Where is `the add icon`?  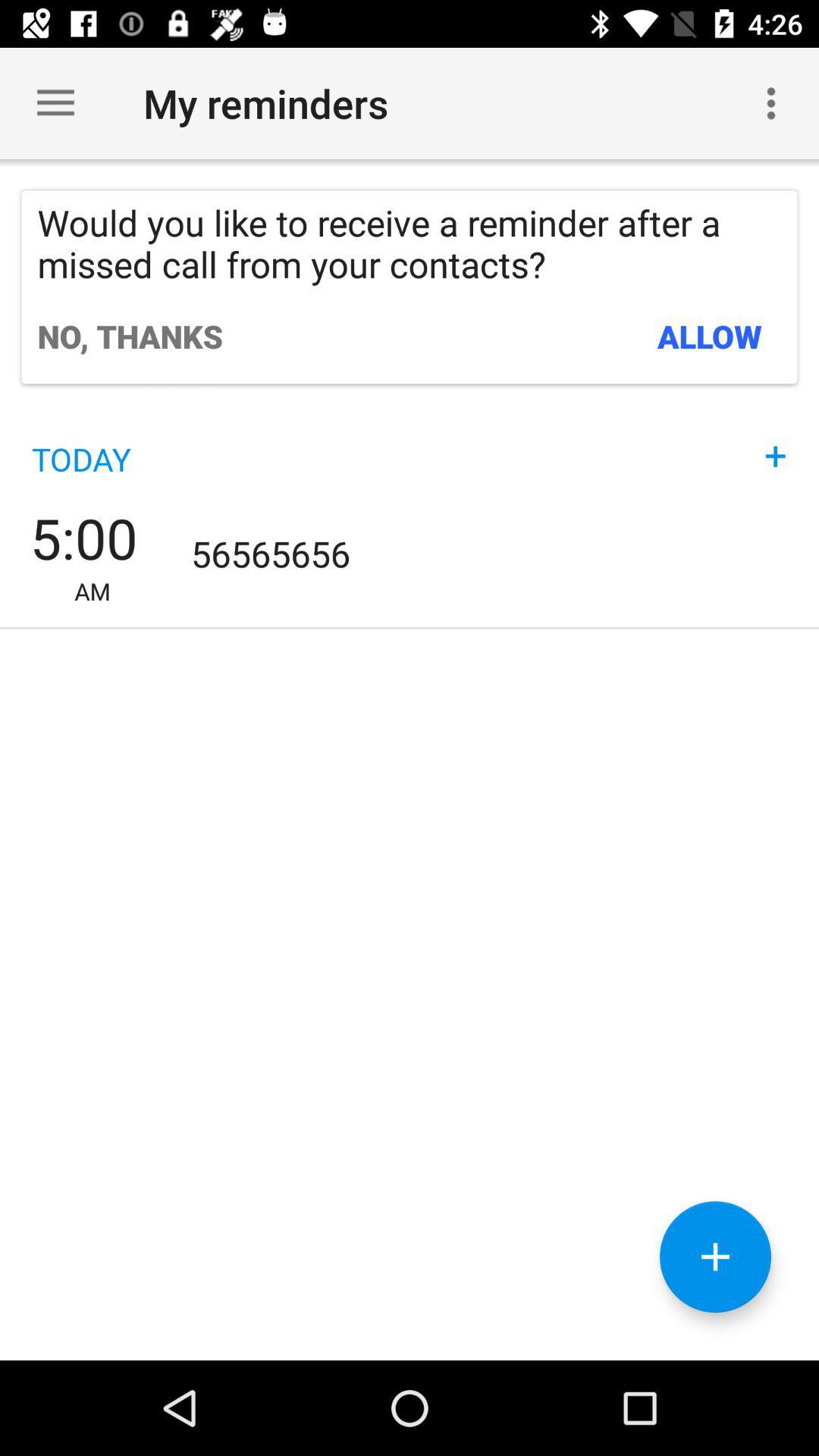
the add icon is located at coordinates (715, 1257).